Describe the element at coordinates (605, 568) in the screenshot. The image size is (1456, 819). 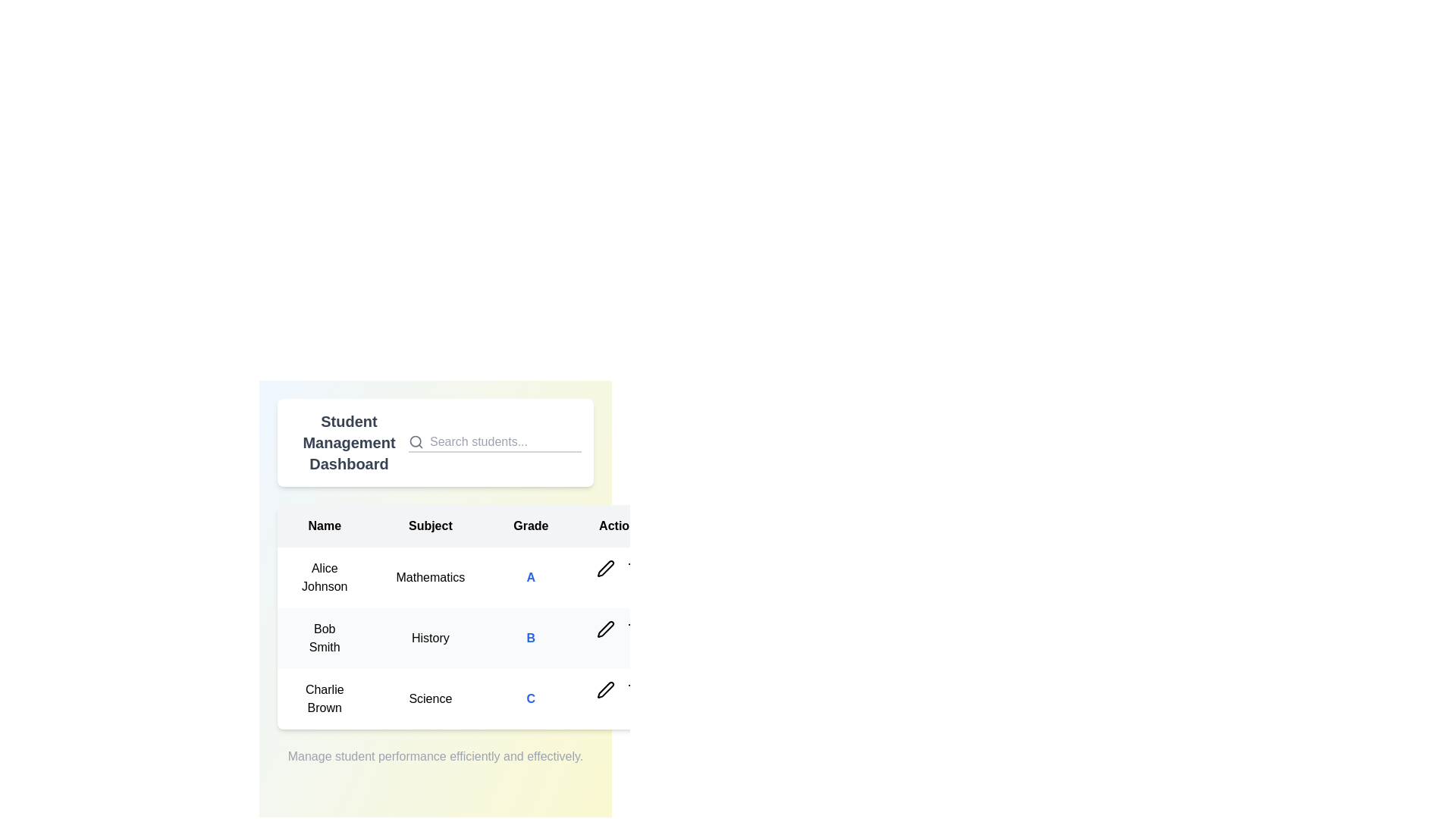
I see `the 'Edit' IconButton located in the first row of the 'Actions' column to initiate editing` at that location.